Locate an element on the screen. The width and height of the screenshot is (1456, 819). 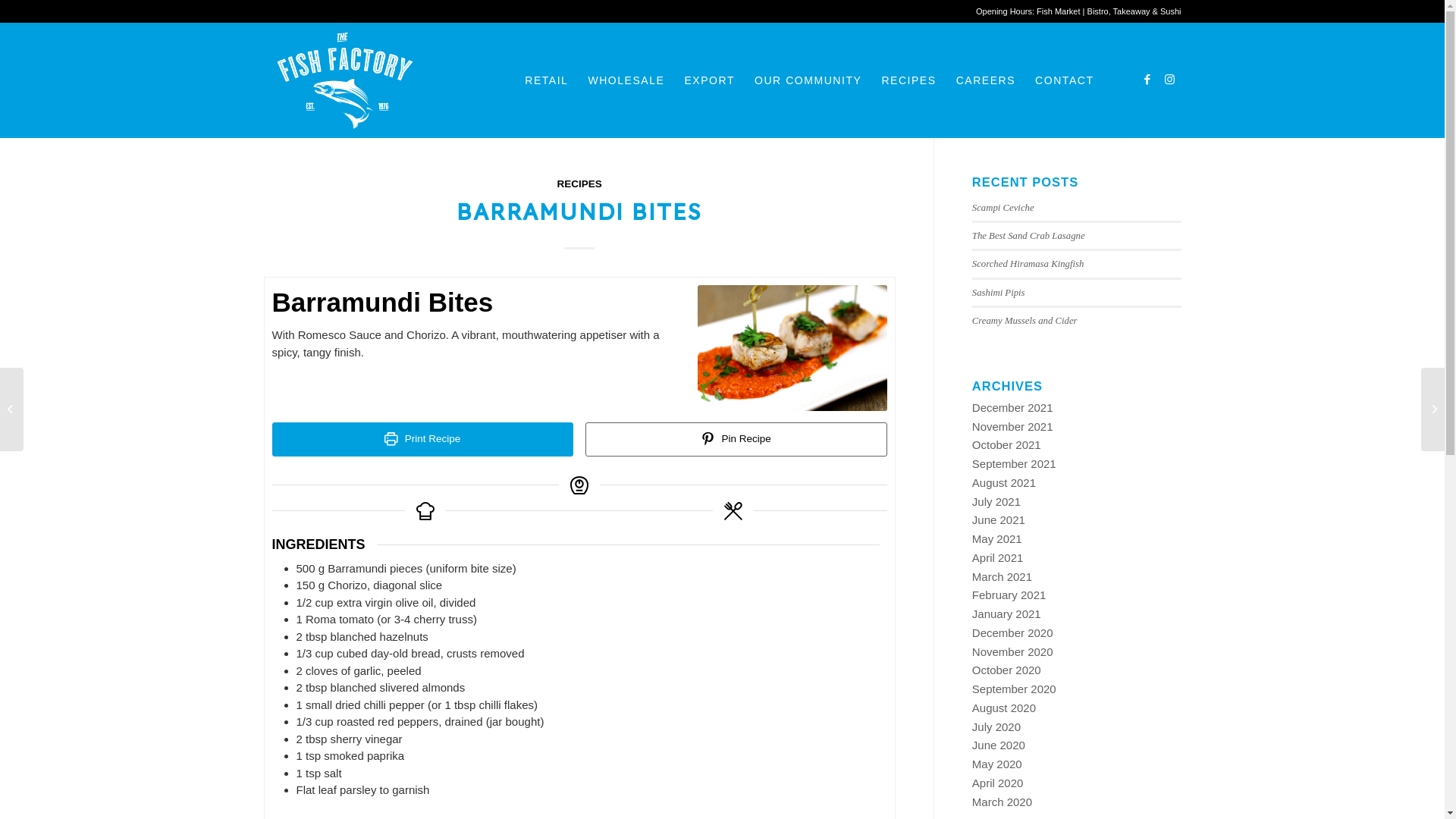
'July 2020' is located at coordinates (971, 726).